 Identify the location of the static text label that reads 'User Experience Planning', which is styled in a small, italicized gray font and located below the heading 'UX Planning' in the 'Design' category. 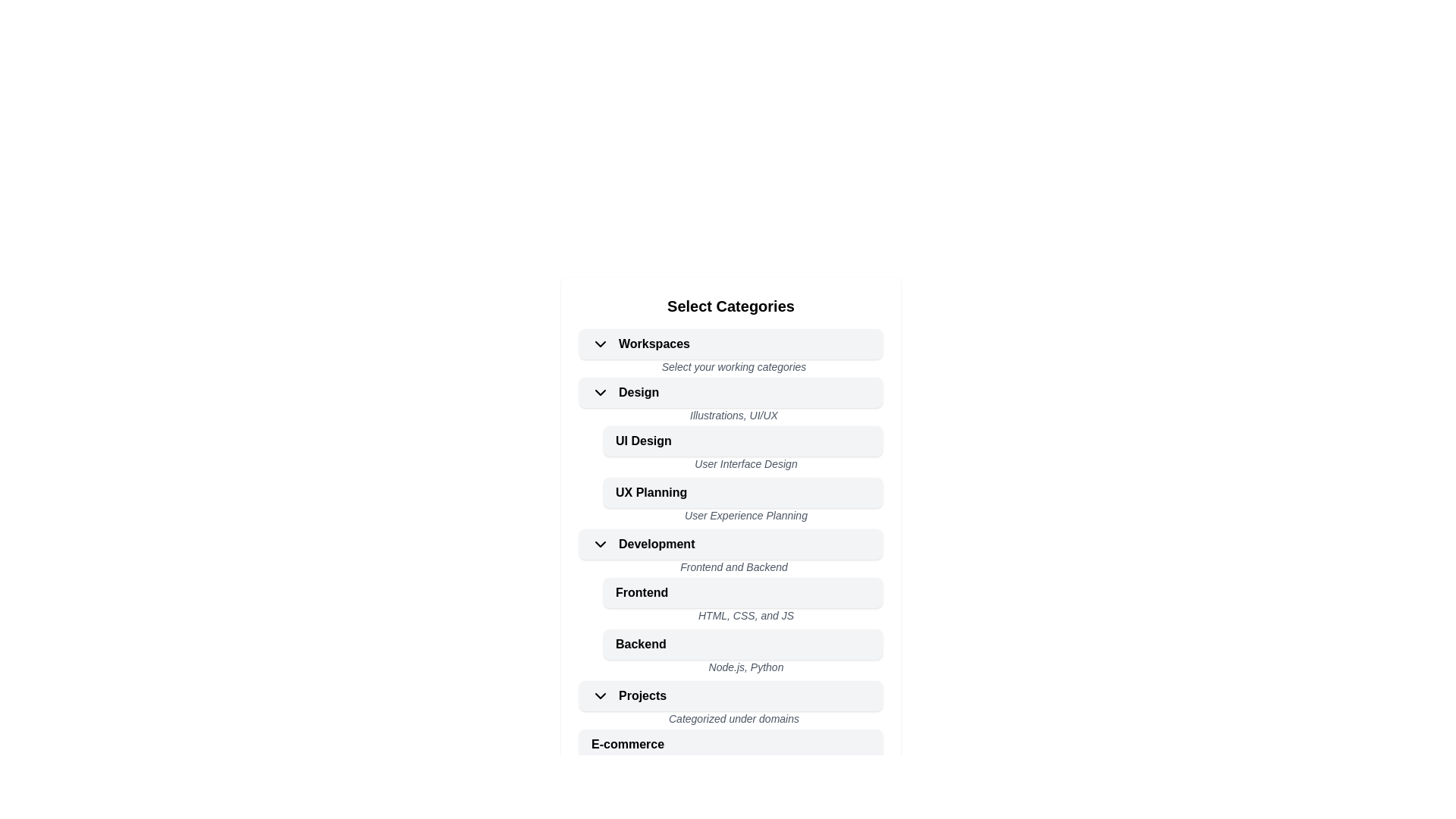
(742, 516).